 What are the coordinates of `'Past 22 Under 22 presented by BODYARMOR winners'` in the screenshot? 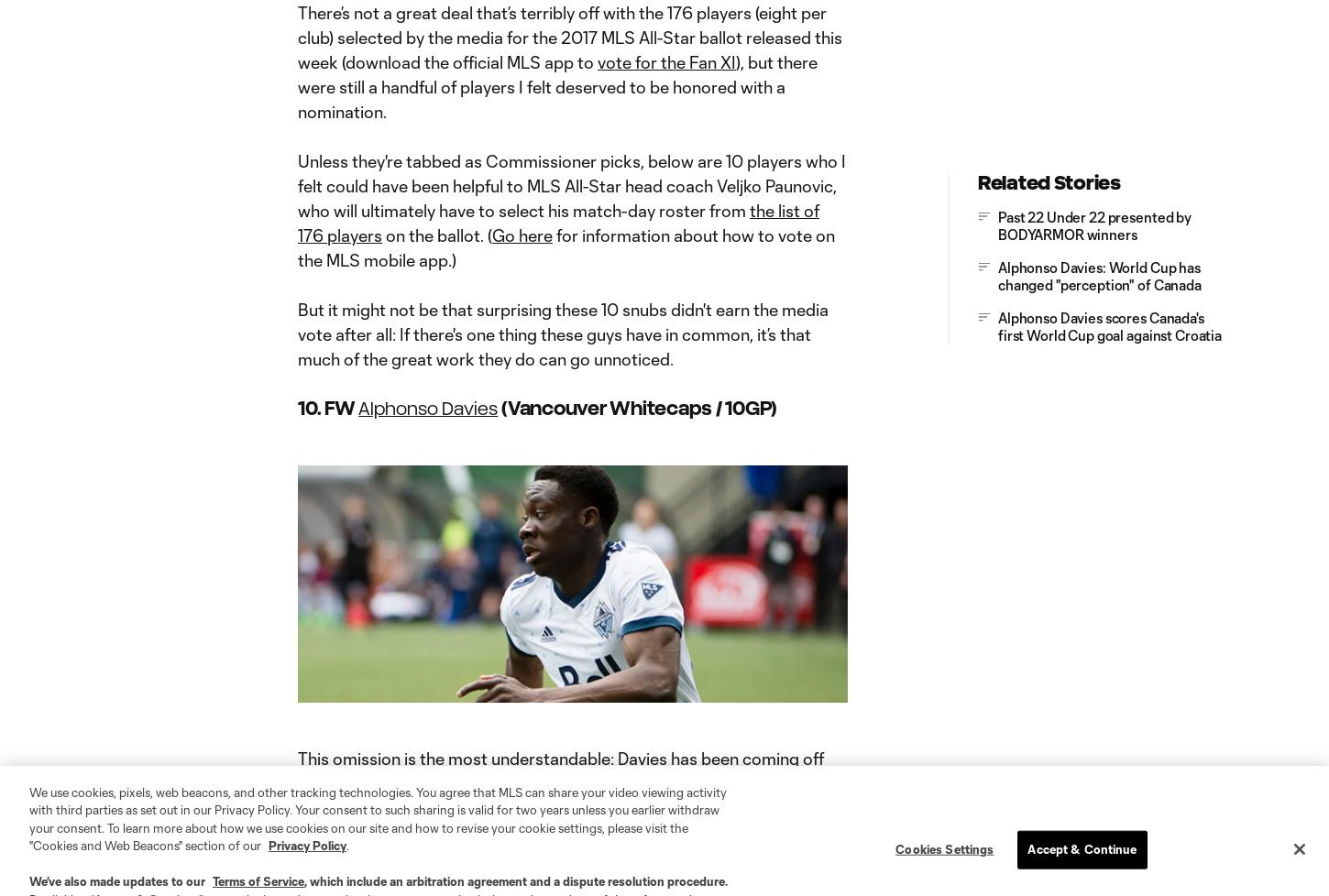 It's located at (1093, 224).